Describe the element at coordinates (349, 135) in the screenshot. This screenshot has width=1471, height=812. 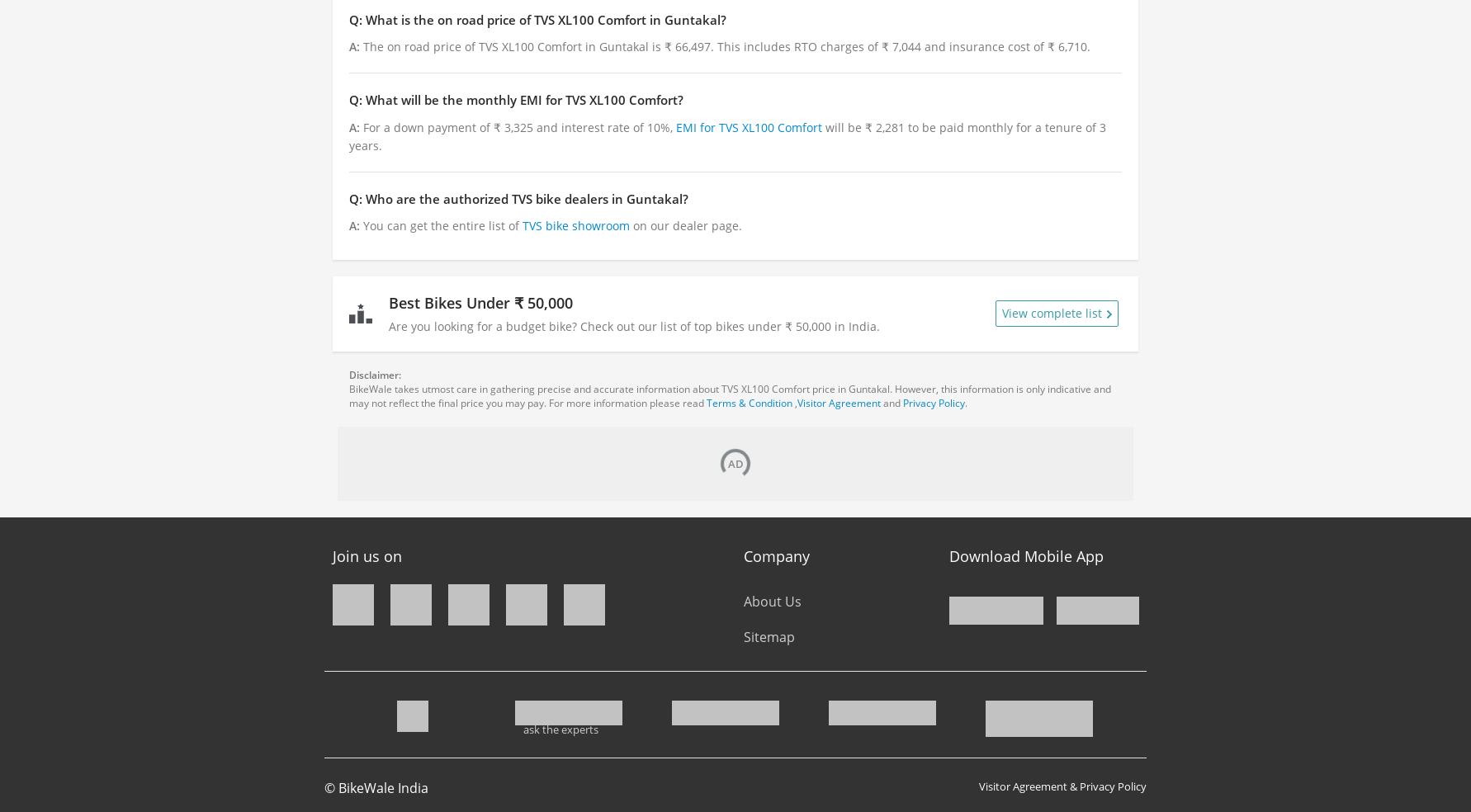
I see `'will be ₹ 2,281 to be paid monthly for a tenure of 3 years.'` at that location.